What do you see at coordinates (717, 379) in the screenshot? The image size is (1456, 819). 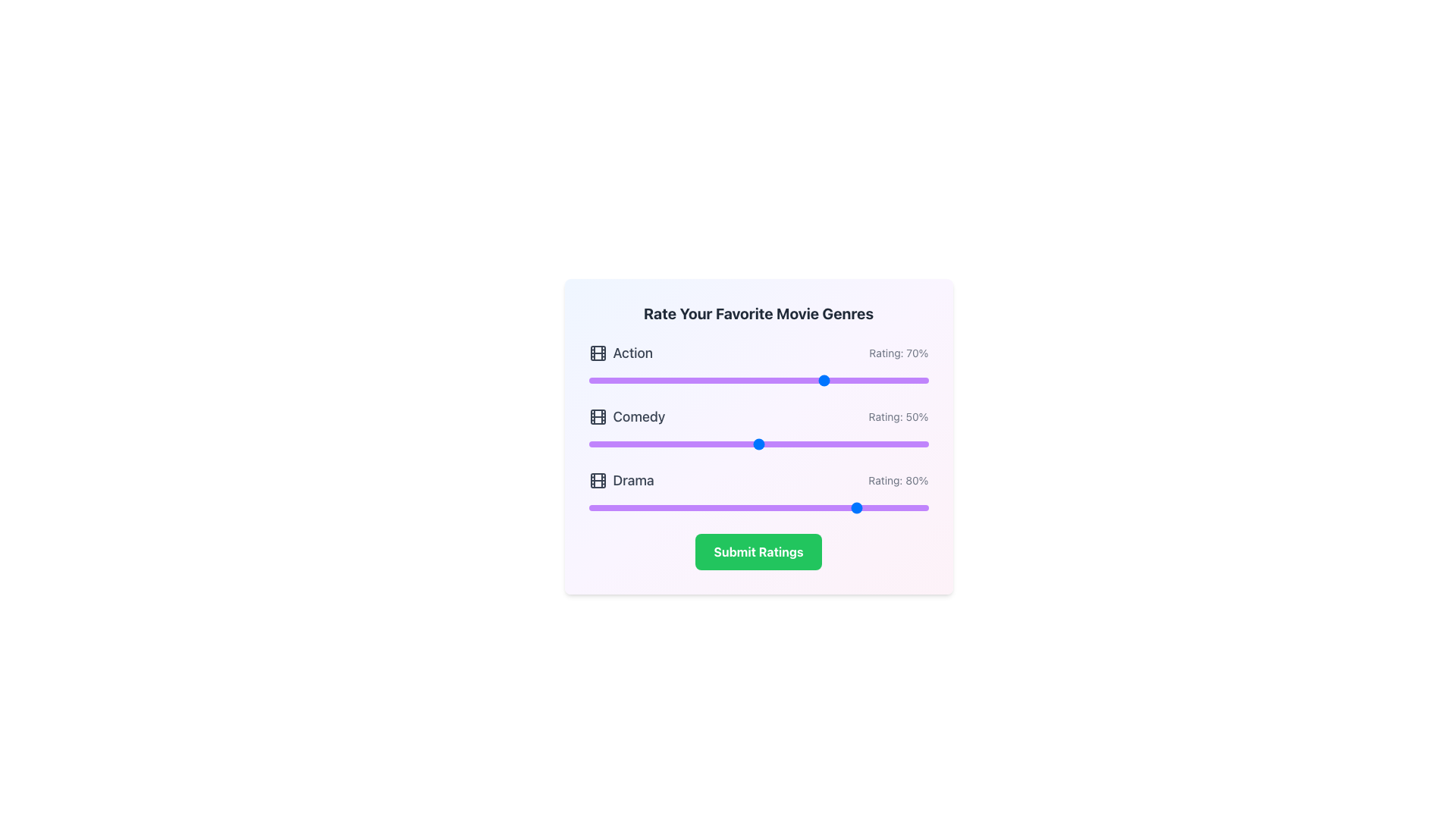 I see `the 'Action' movie genre rating` at bounding box center [717, 379].